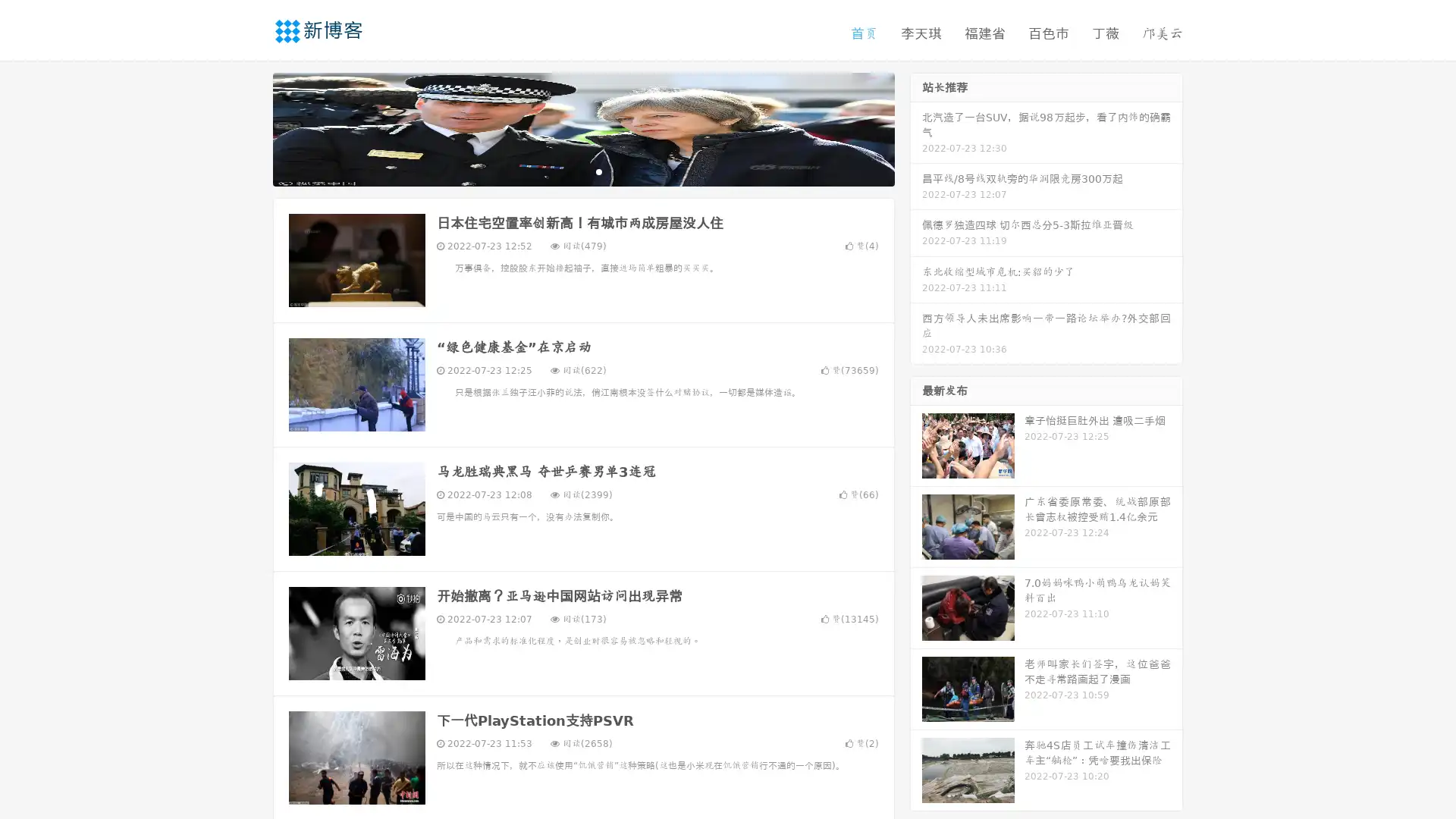 Image resolution: width=1456 pixels, height=819 pixels. Describe the element at coordinates (598, 171) in the screenshot. I see `Go to slide 3` at that location.